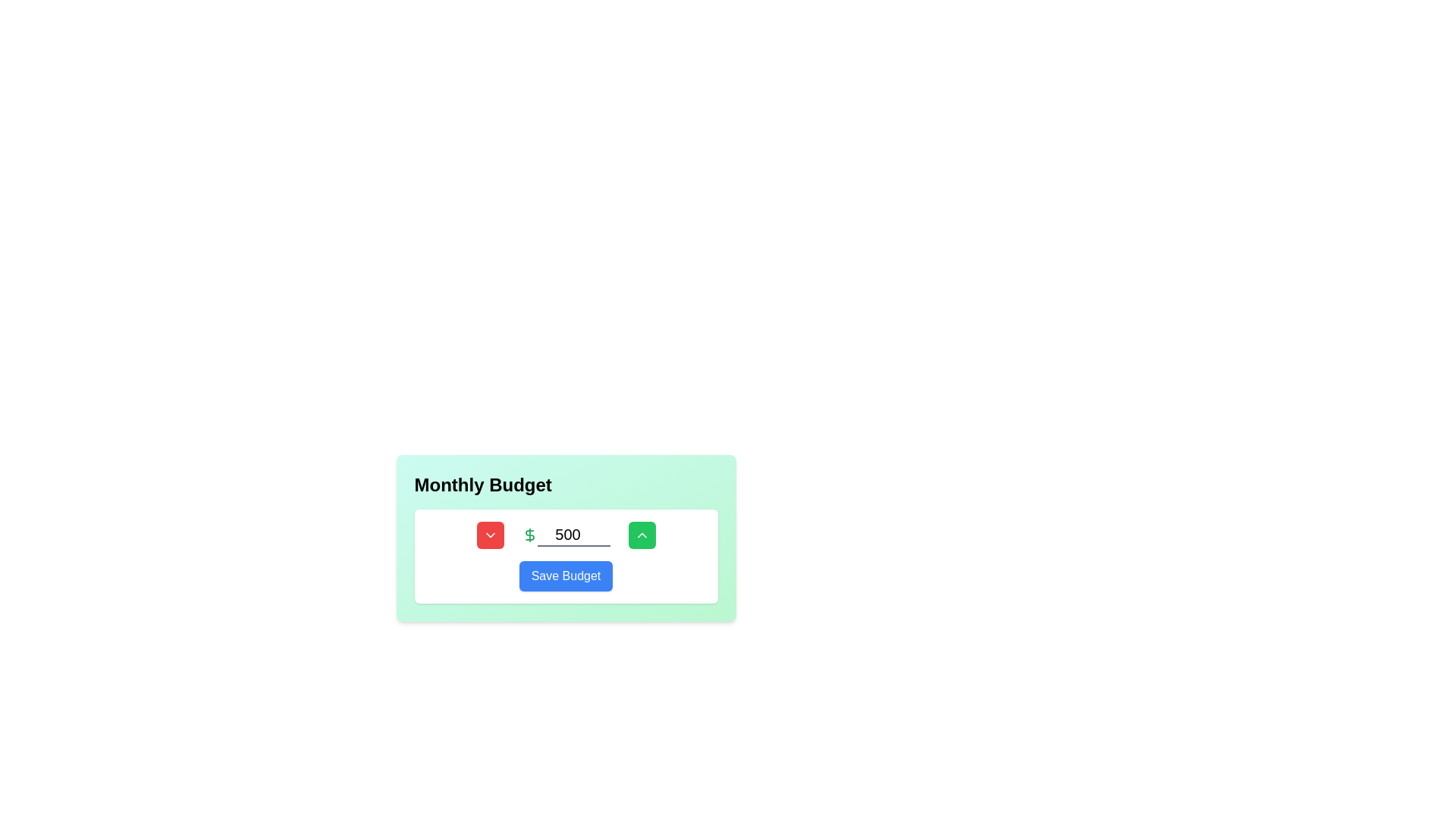  What do you see at coordinates (482, 485) in the screenshot?
I see `text label that serves as the heading for the user's monthly budget section, located at the upper center of the light green background block` at bounding box center [482, 485].